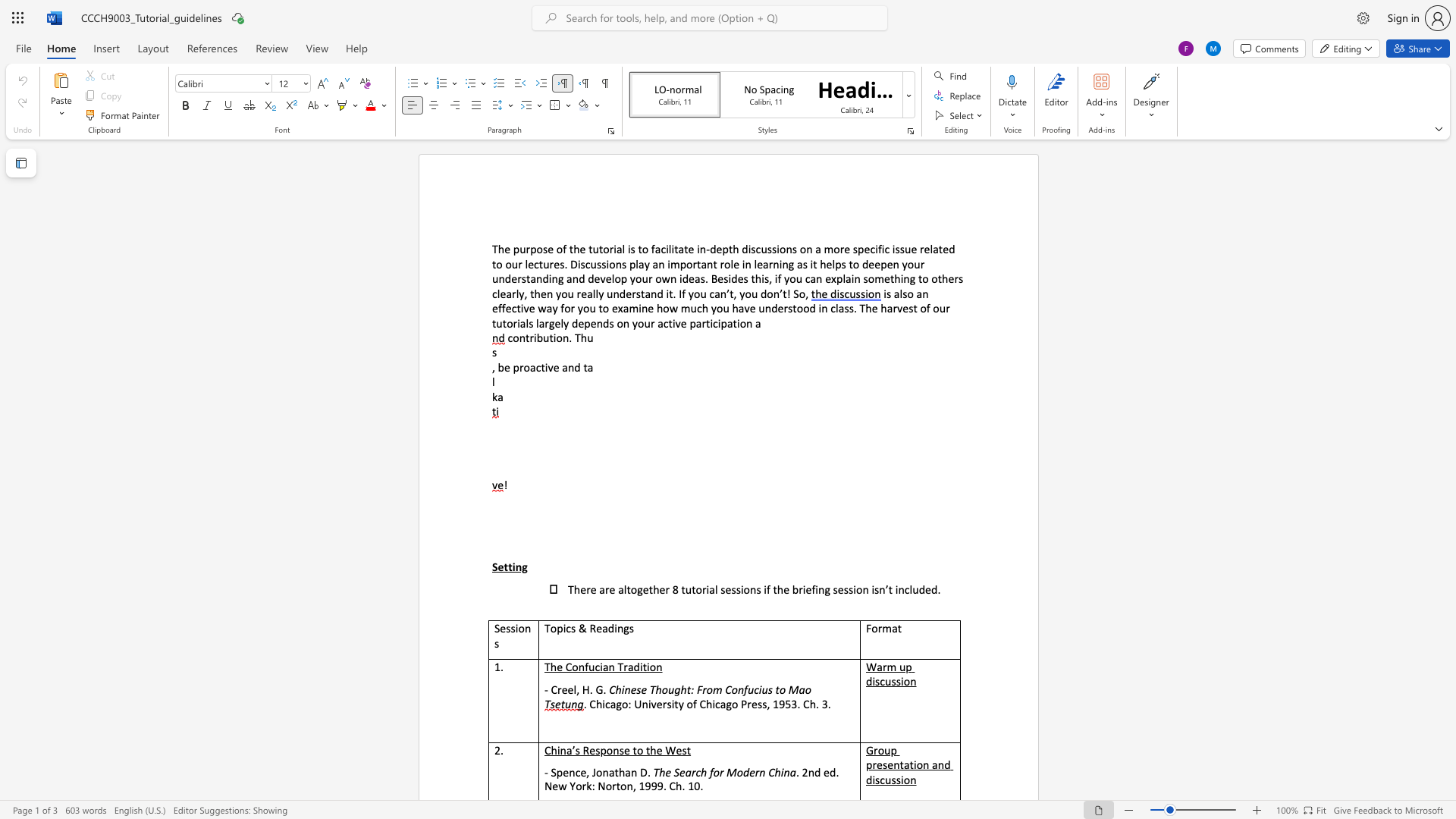  What do you see at coordinates (543, 367) in the screenshot?
I see `the 1th character "t" in the text` at bounding box center [543, 367].